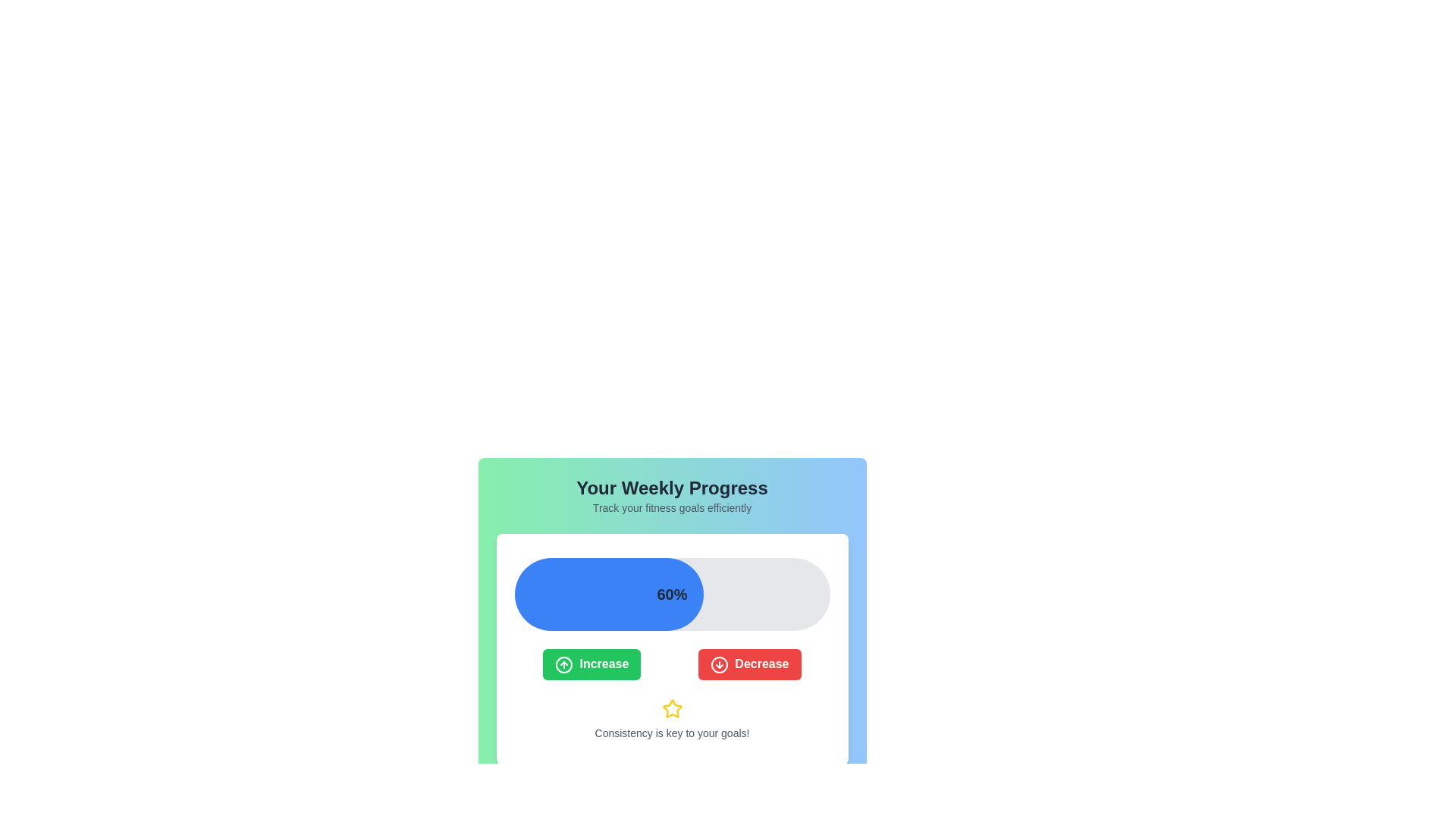 This screenshot has width=1456, height=819. Describe the element at coordinates (563, 664) in the screenshot. I see `the icon representing the action of increasing a value, located at the top-left corner of the green button labeled 'Increase', which is below the progress bar` at that location.